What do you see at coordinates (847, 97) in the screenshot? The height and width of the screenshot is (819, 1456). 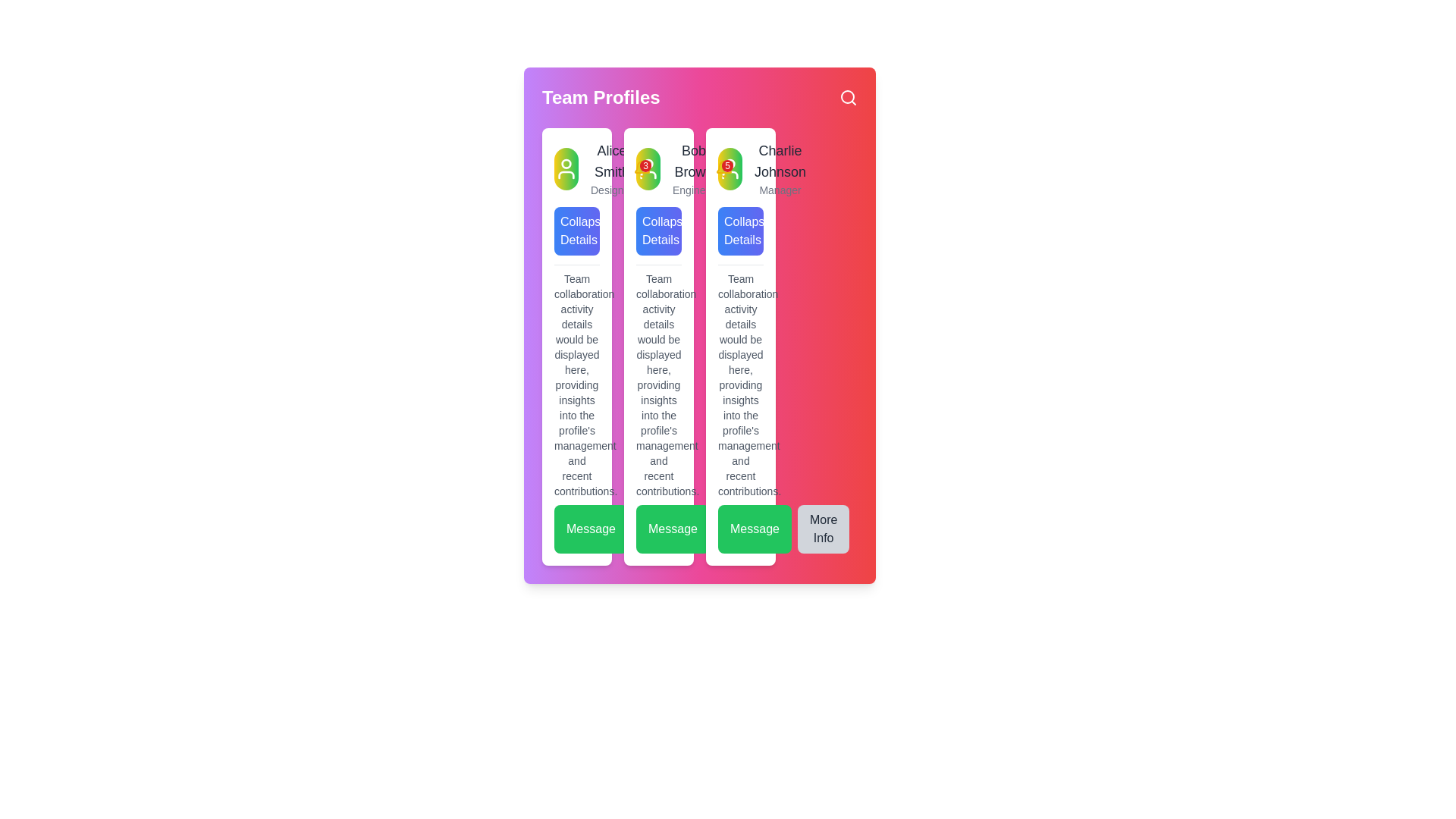 I see `the magnifying glass icon button located in the top-right corner of the interface, next` at bounding box center [847, 97].